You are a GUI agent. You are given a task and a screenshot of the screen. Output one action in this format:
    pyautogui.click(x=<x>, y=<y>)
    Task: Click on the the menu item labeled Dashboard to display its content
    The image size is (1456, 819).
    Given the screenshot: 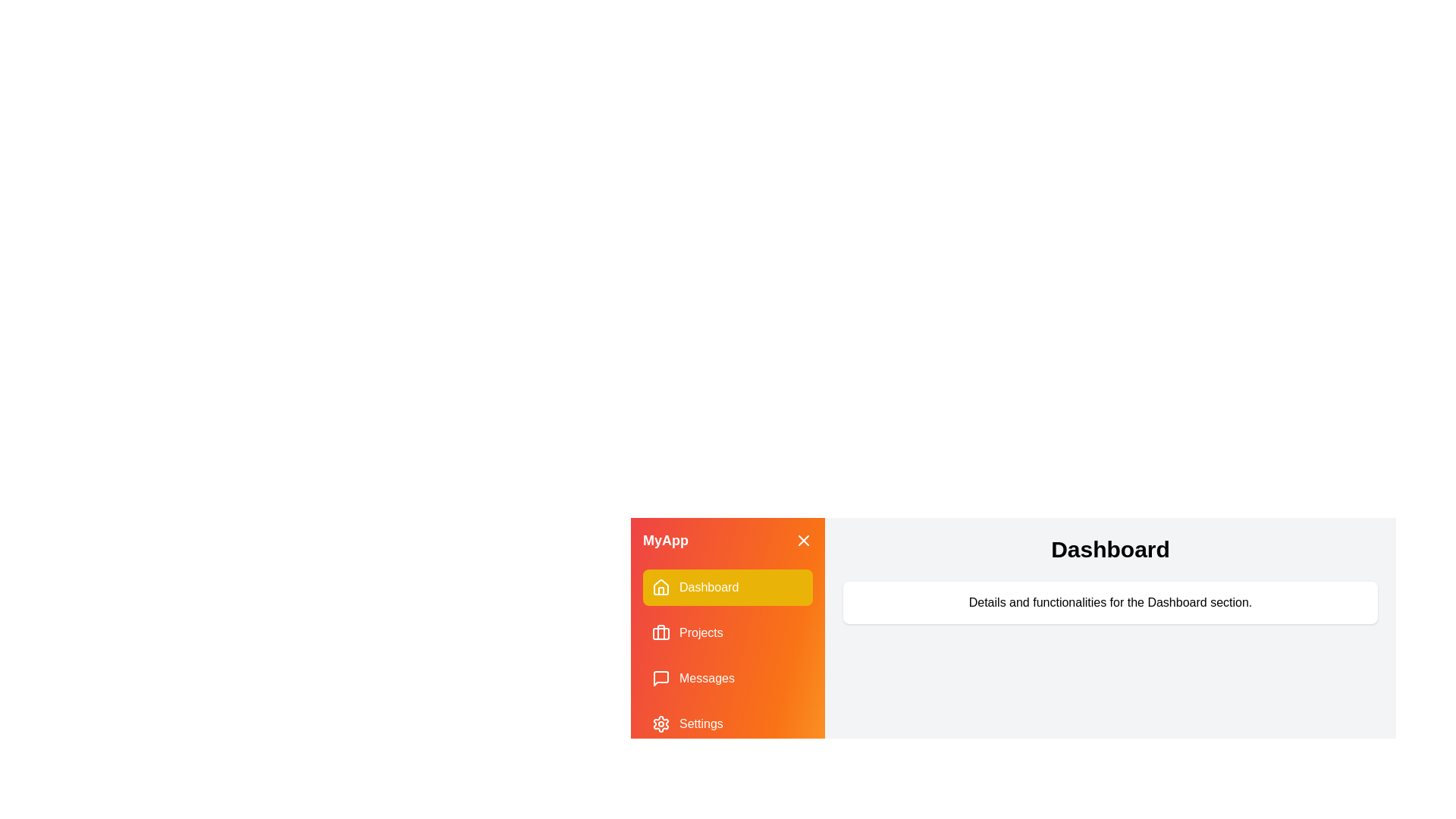 What is the action you would take?
    pyautogui.click(x=728, y=587)
    